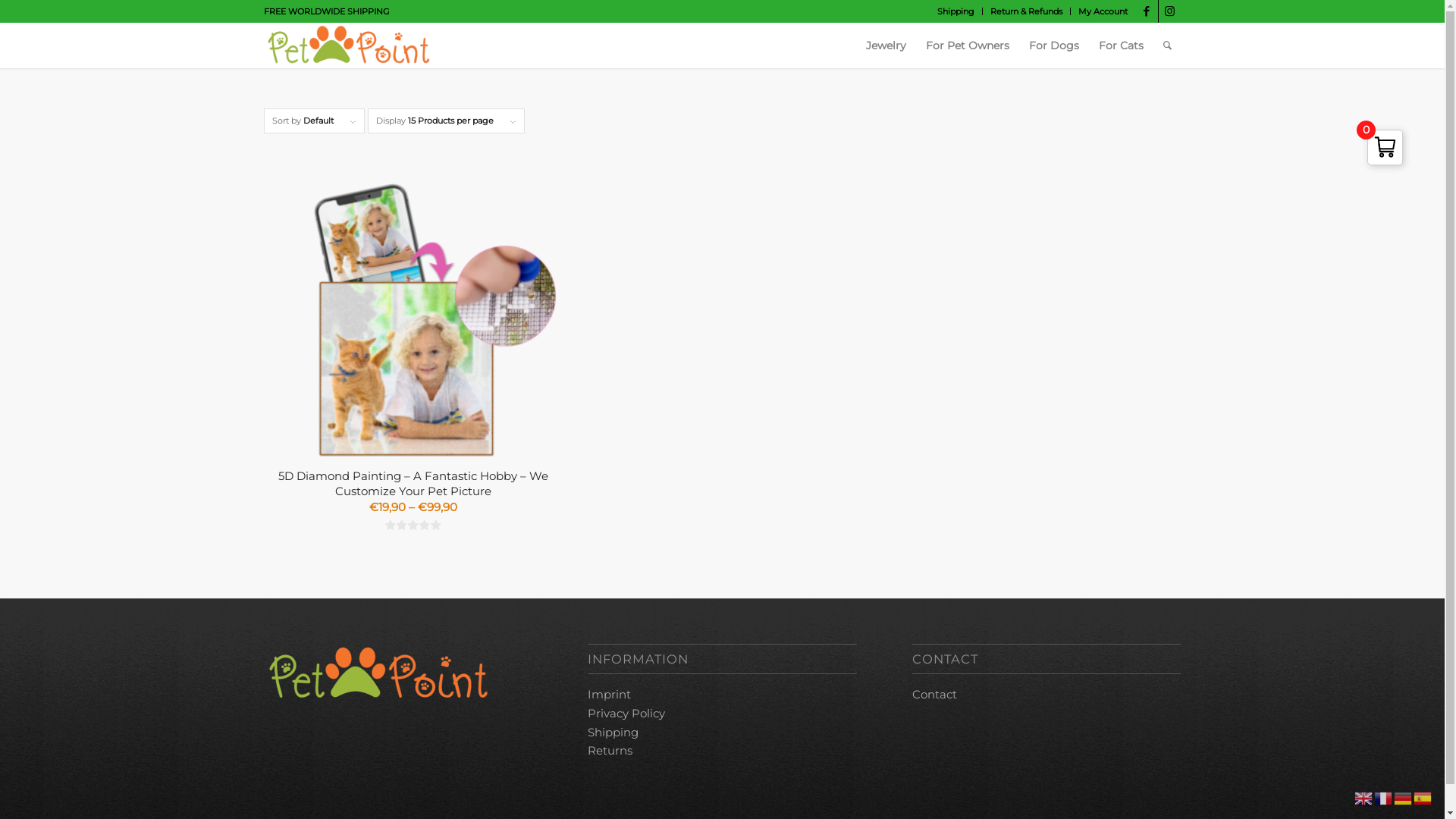  I want to click on 'Facebook', so click(1147, 11).